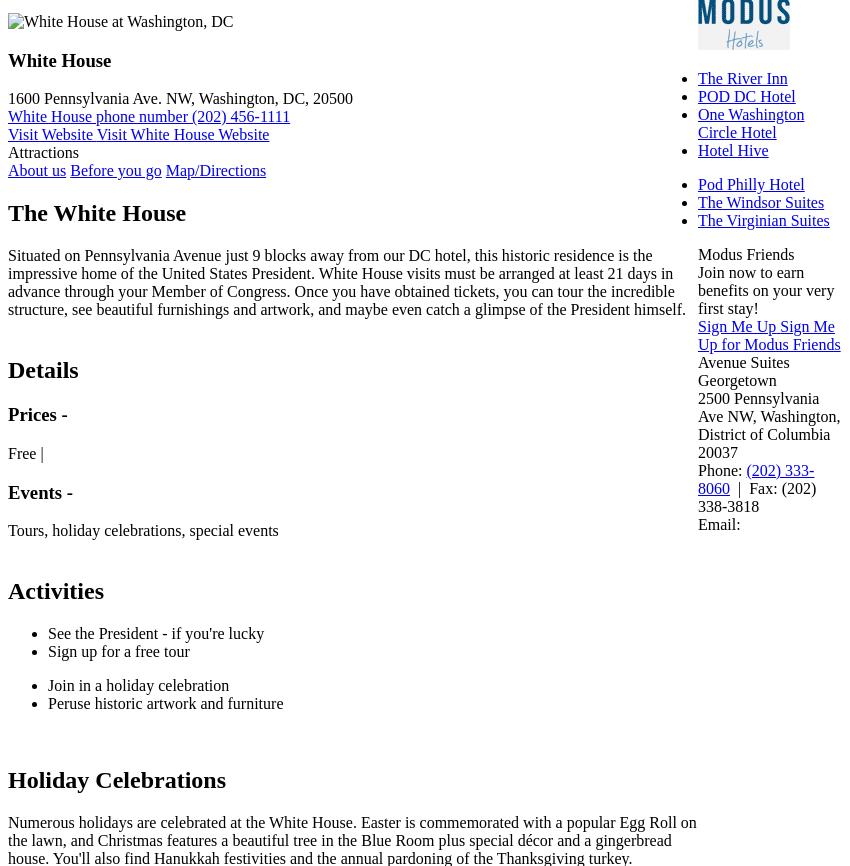  I want to click on '|  Fax:', so click(729, 488).